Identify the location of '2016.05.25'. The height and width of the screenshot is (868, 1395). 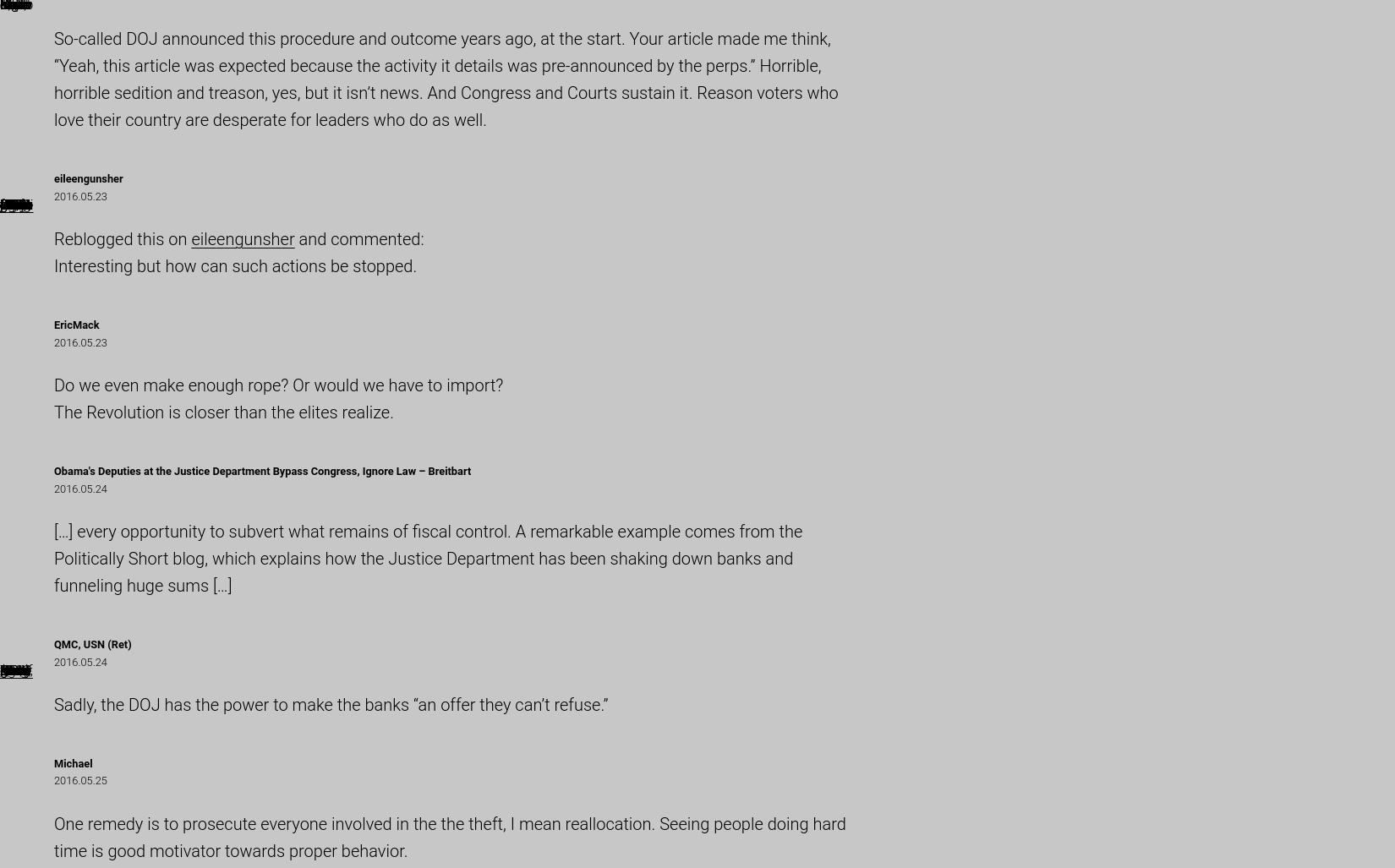
(80, 780).